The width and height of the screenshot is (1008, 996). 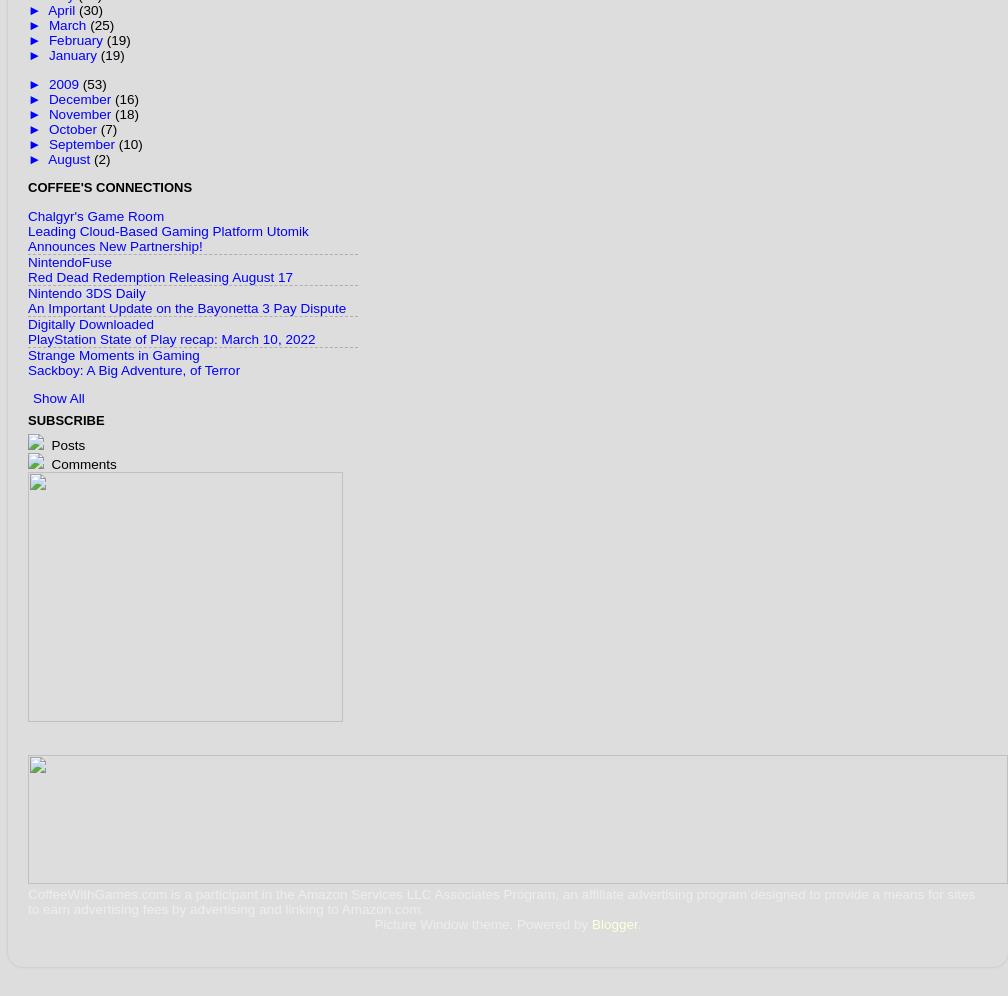 I want to click on 'An Important Update on the Bayonetta 3 Pay Dispute', so click(x=186, y=306).